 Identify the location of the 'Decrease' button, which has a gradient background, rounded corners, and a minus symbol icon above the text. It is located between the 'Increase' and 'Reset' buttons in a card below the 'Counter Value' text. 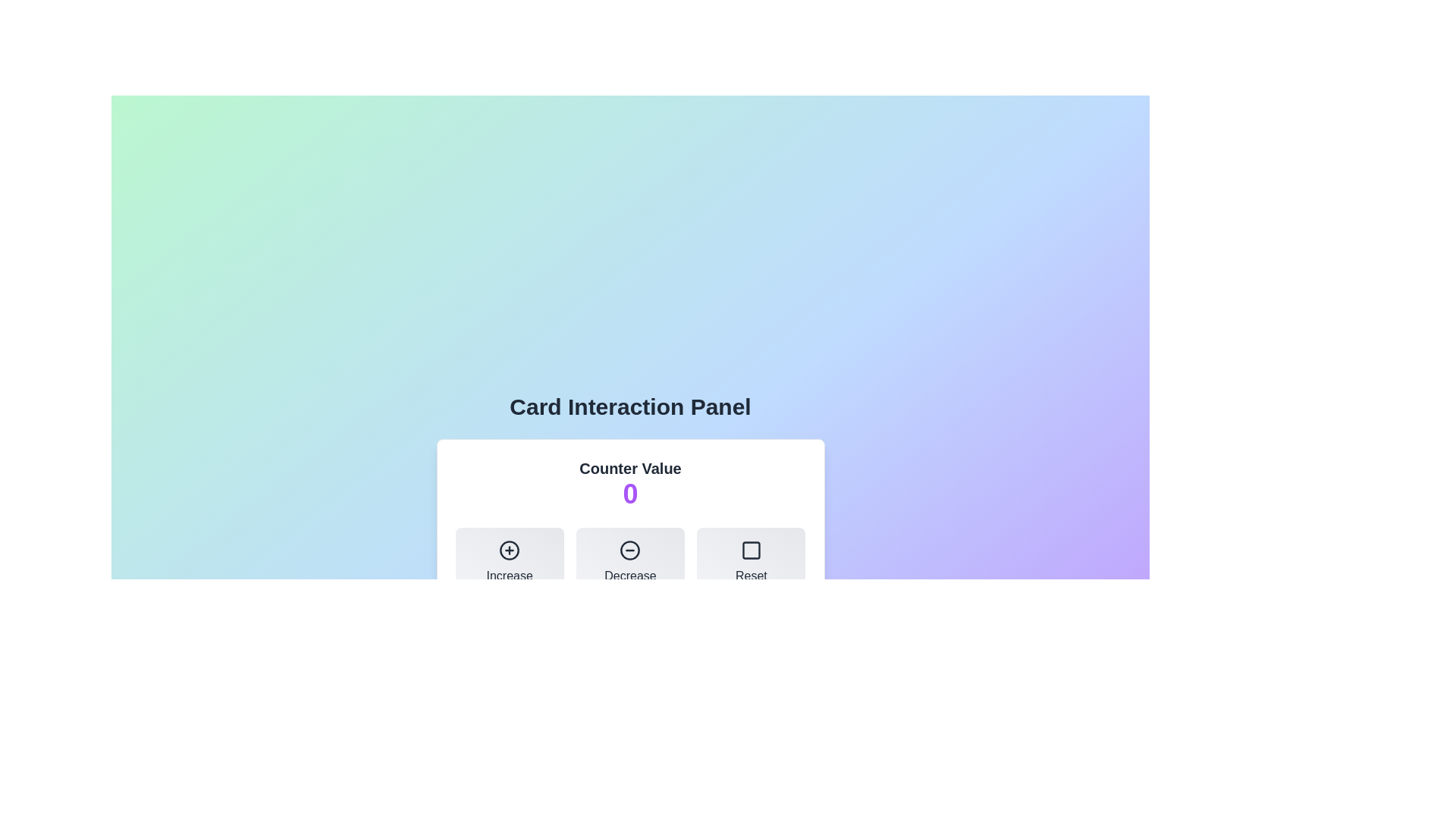
(630, 562).